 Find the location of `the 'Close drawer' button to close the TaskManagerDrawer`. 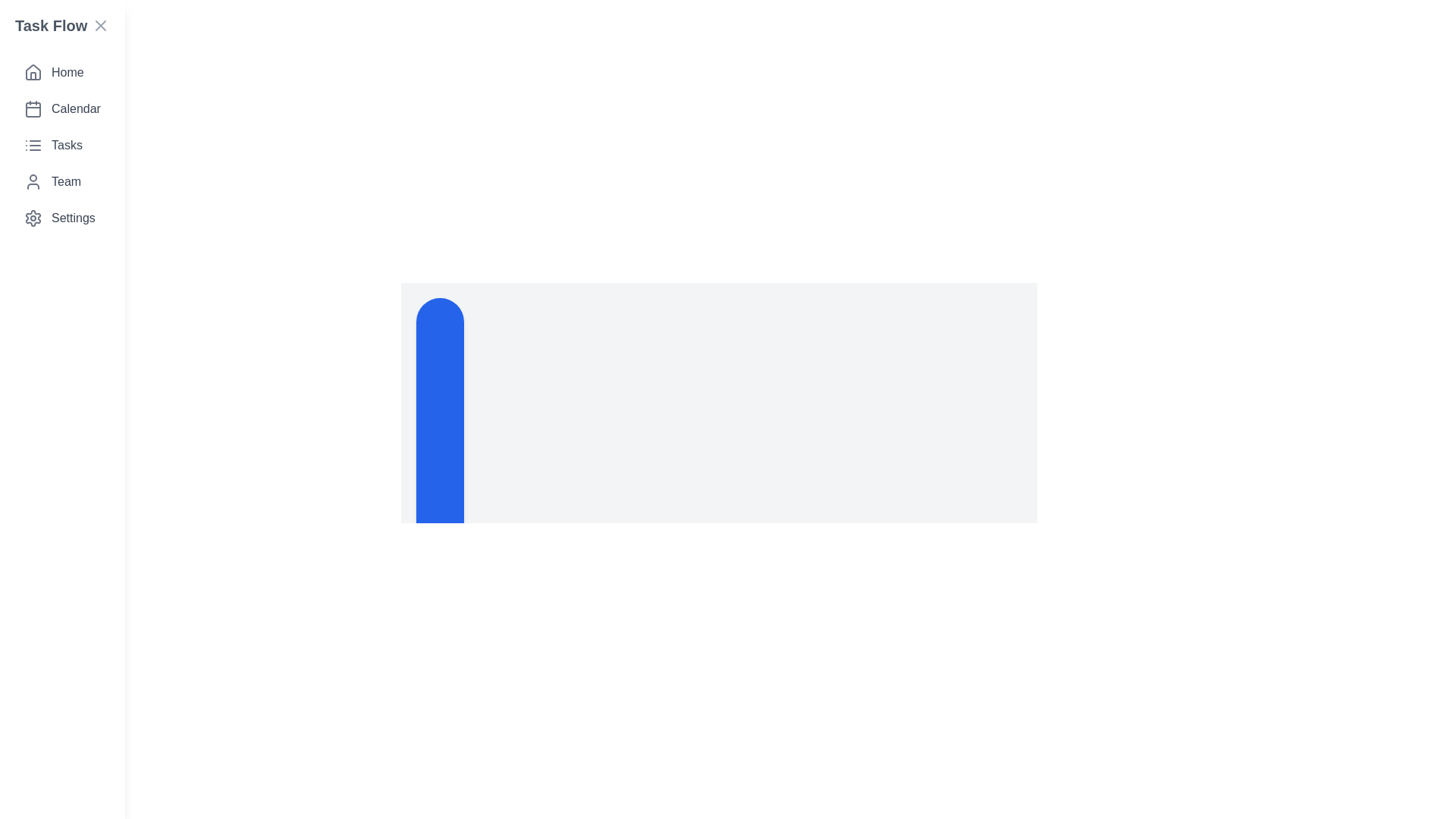

the 'Close drawer' button to close the TaskManagerDrawer is located at coordinates (99, 26).